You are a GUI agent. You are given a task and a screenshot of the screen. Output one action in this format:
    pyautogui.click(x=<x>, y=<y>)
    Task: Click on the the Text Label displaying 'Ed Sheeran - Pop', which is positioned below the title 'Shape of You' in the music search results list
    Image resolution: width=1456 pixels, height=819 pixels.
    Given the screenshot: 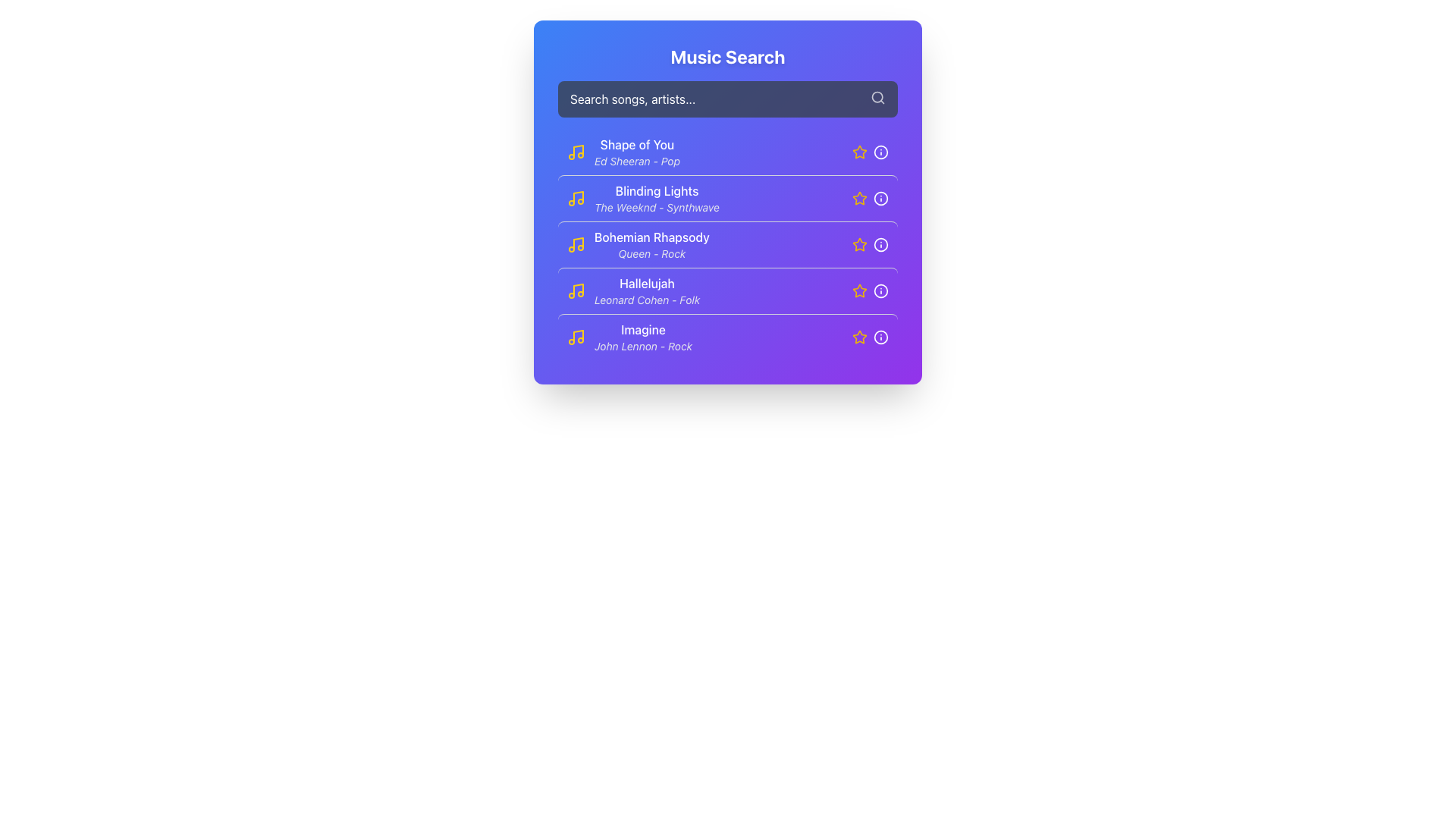 What is the action you would take?
    pyautogui.click(x=637, y=161)
    